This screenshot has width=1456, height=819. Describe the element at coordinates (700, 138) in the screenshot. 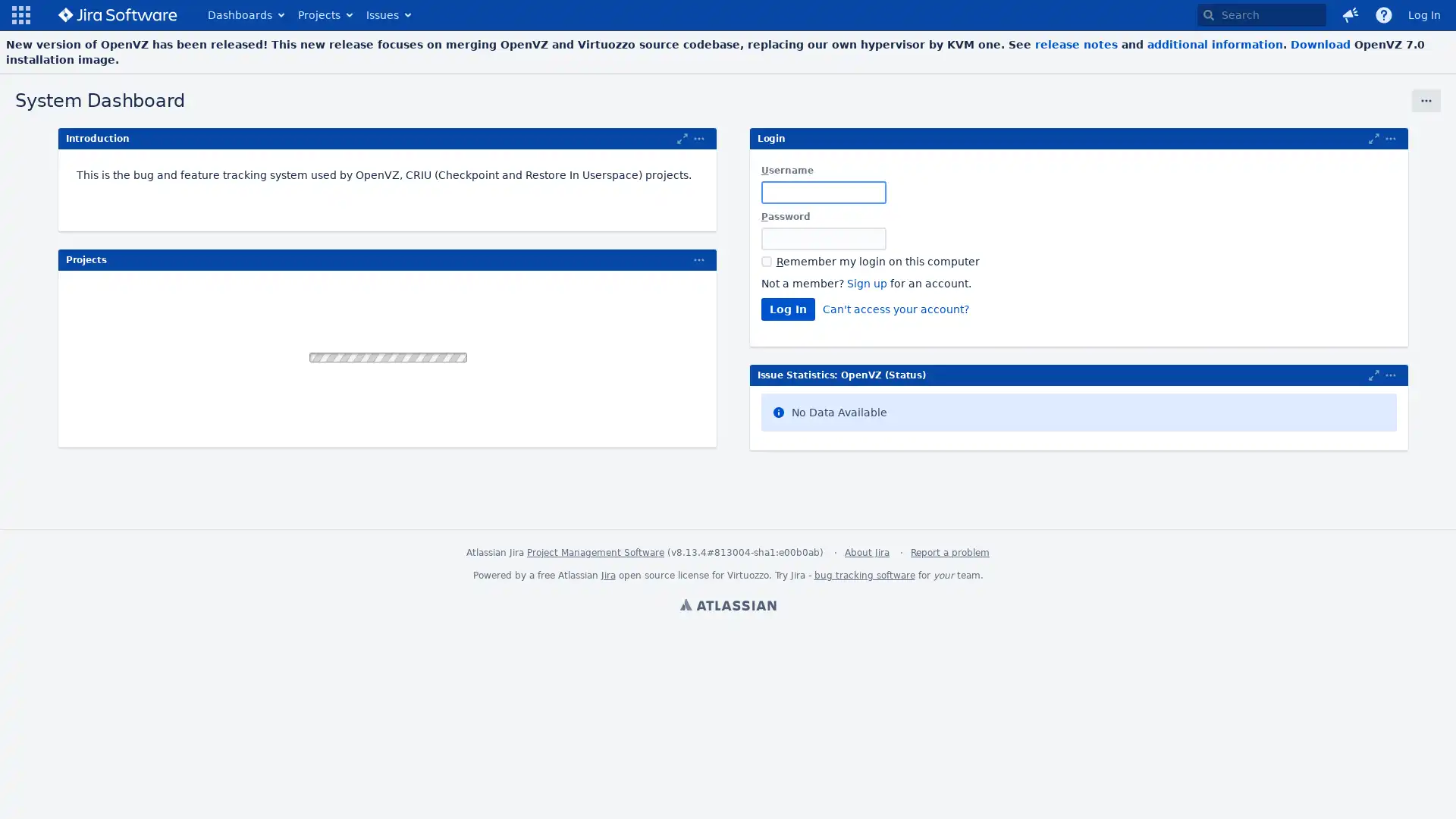

I see `Expand` at that location.